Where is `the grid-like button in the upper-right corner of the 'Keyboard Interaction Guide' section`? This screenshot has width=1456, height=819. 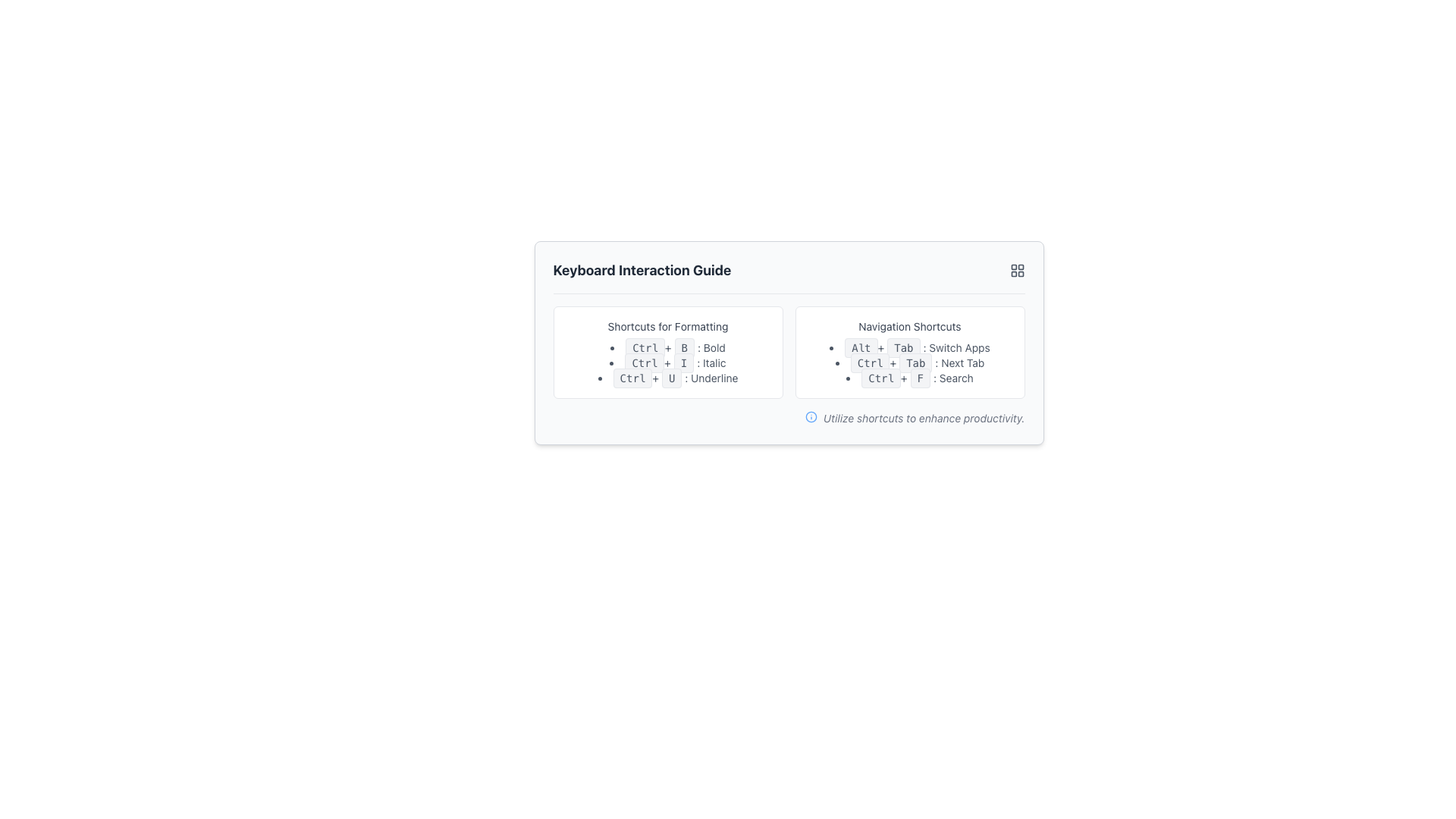 the grid-like button in the upper-right corner of the 'Keyboard Interaction Guide' section is located at coordinates (1017, 270).